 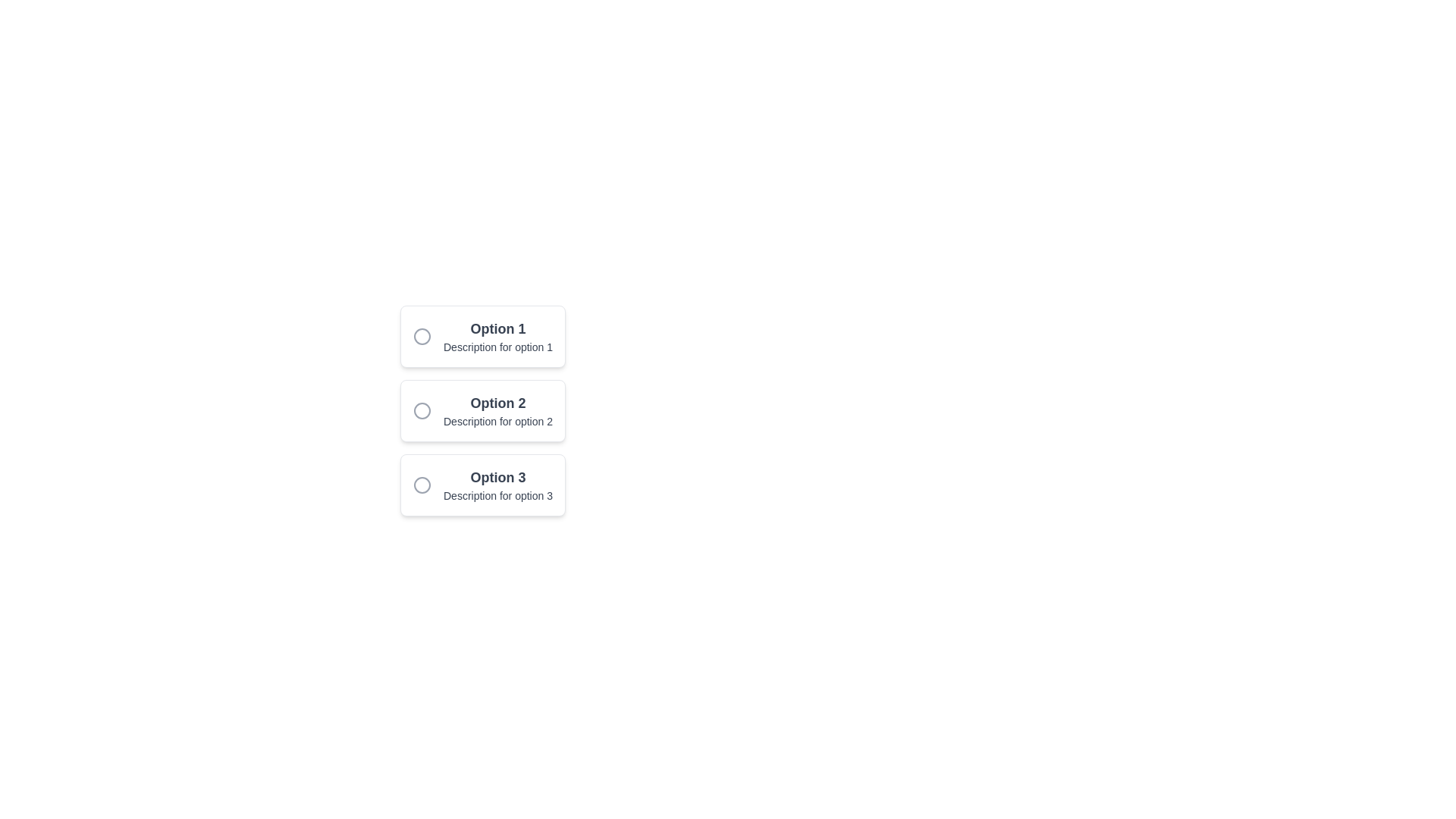 What do you see at coordinates (422, 485) in the screenshot?
I see `the radio button indicator located to the left of 'Option 3'` at bounding box center [422, 485].